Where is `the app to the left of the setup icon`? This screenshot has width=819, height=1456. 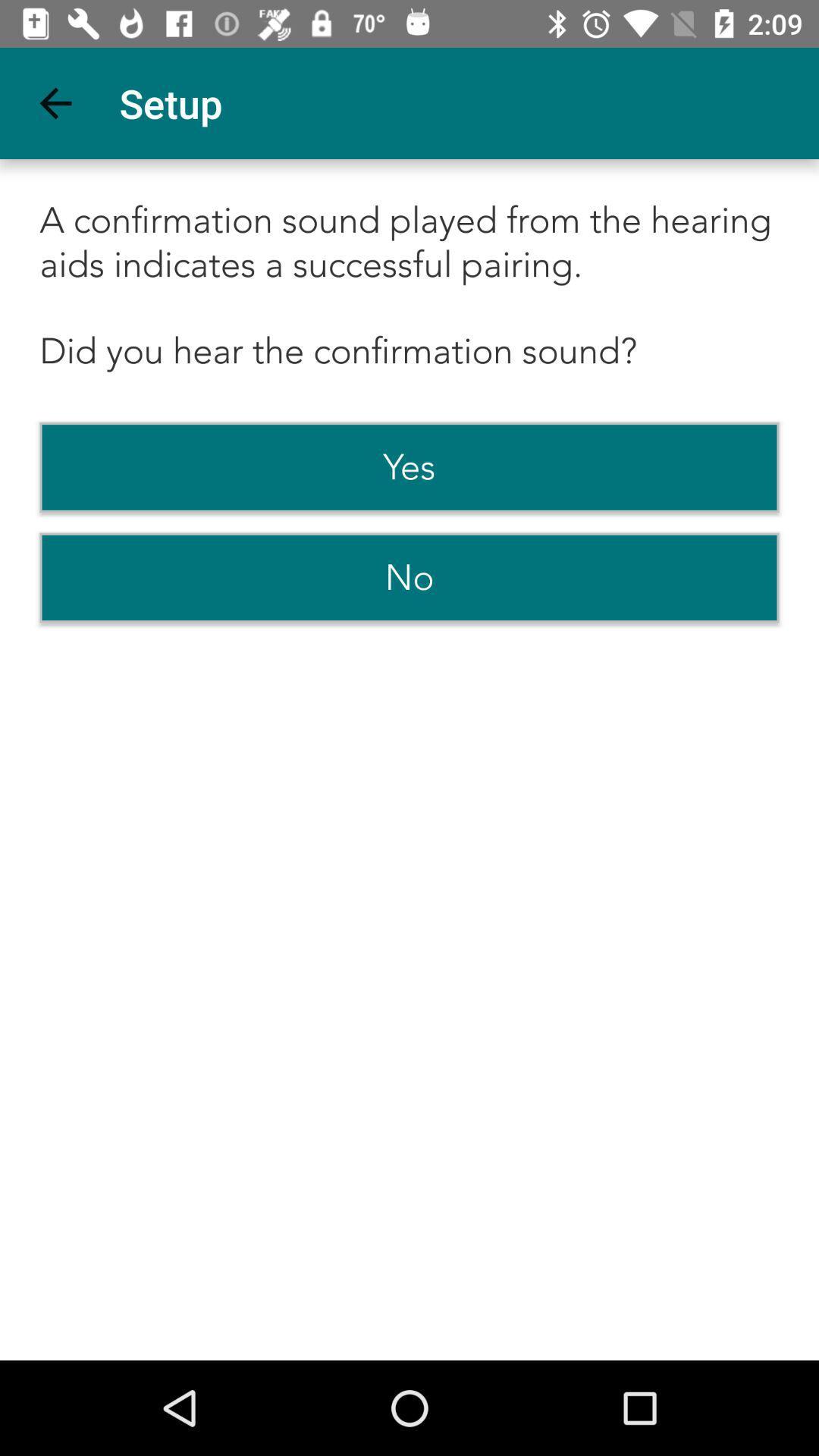 the app to the left of the setup icon is located at coordinates (55, 102).